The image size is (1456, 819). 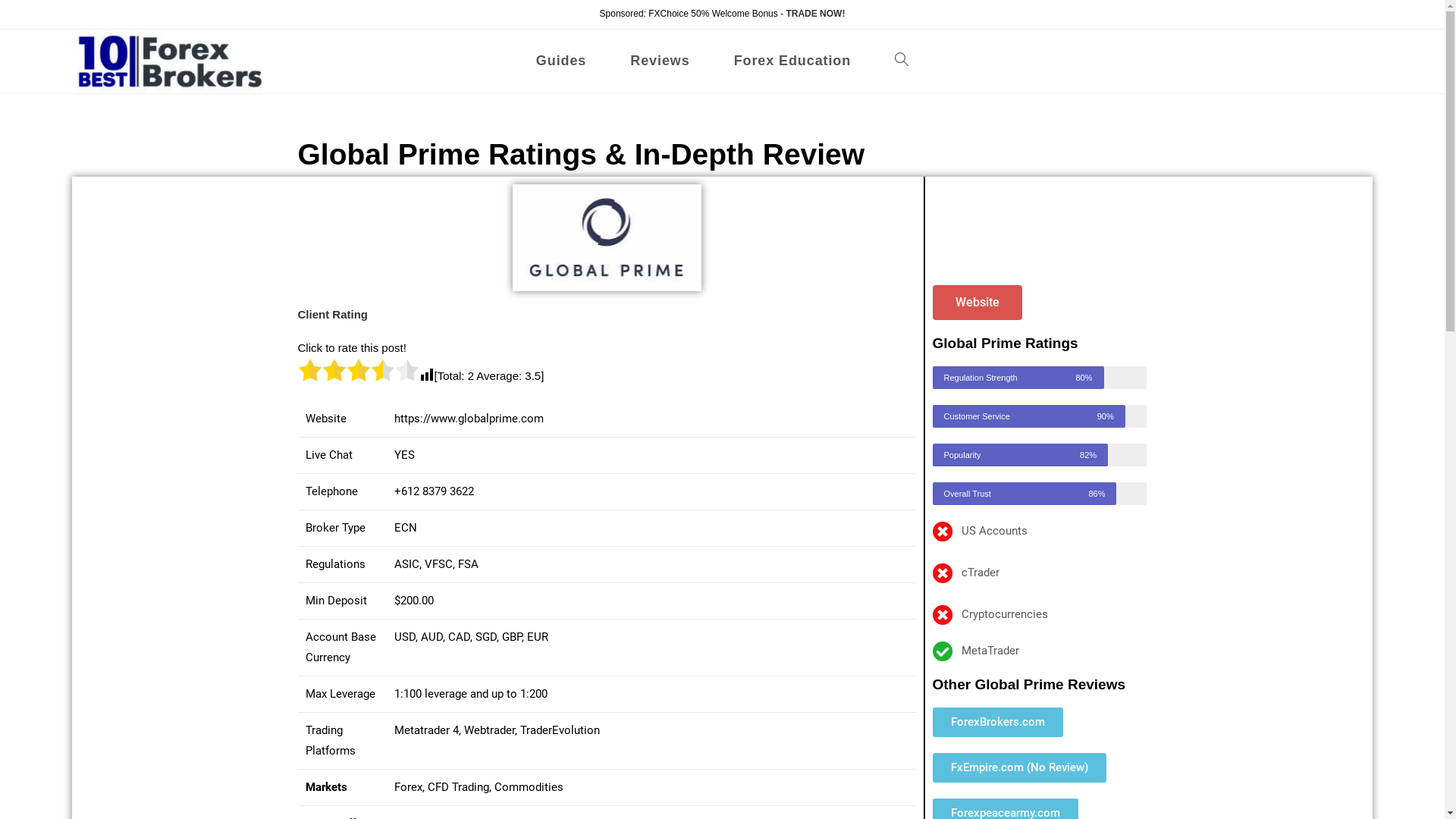 What do you see at coordinates (931, 767) in the screenshot?
I see `'FxEmpire.com (No Review)'` at bounding box center [931, 767].